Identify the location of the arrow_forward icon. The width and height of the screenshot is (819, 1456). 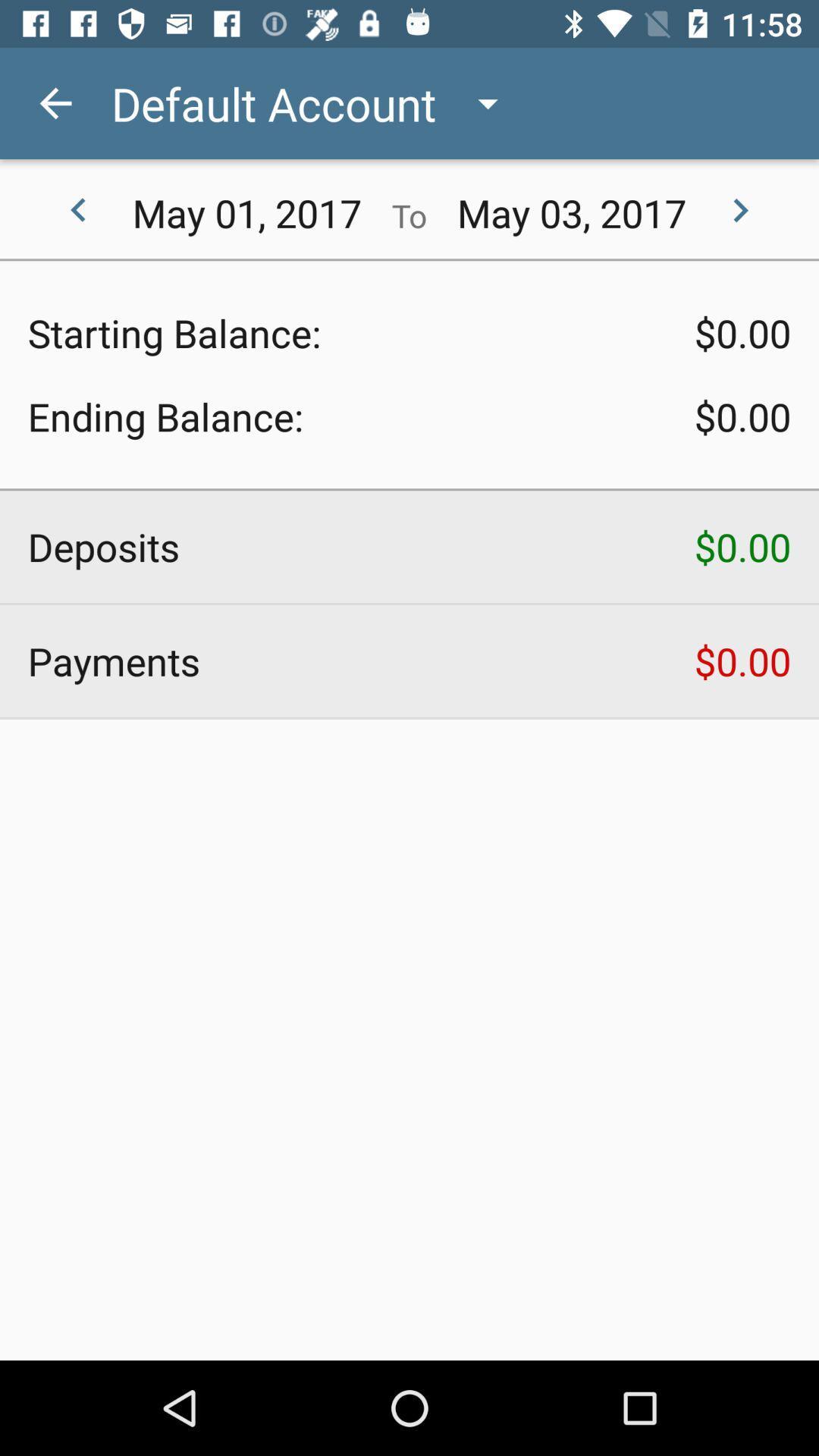
(739, 210).